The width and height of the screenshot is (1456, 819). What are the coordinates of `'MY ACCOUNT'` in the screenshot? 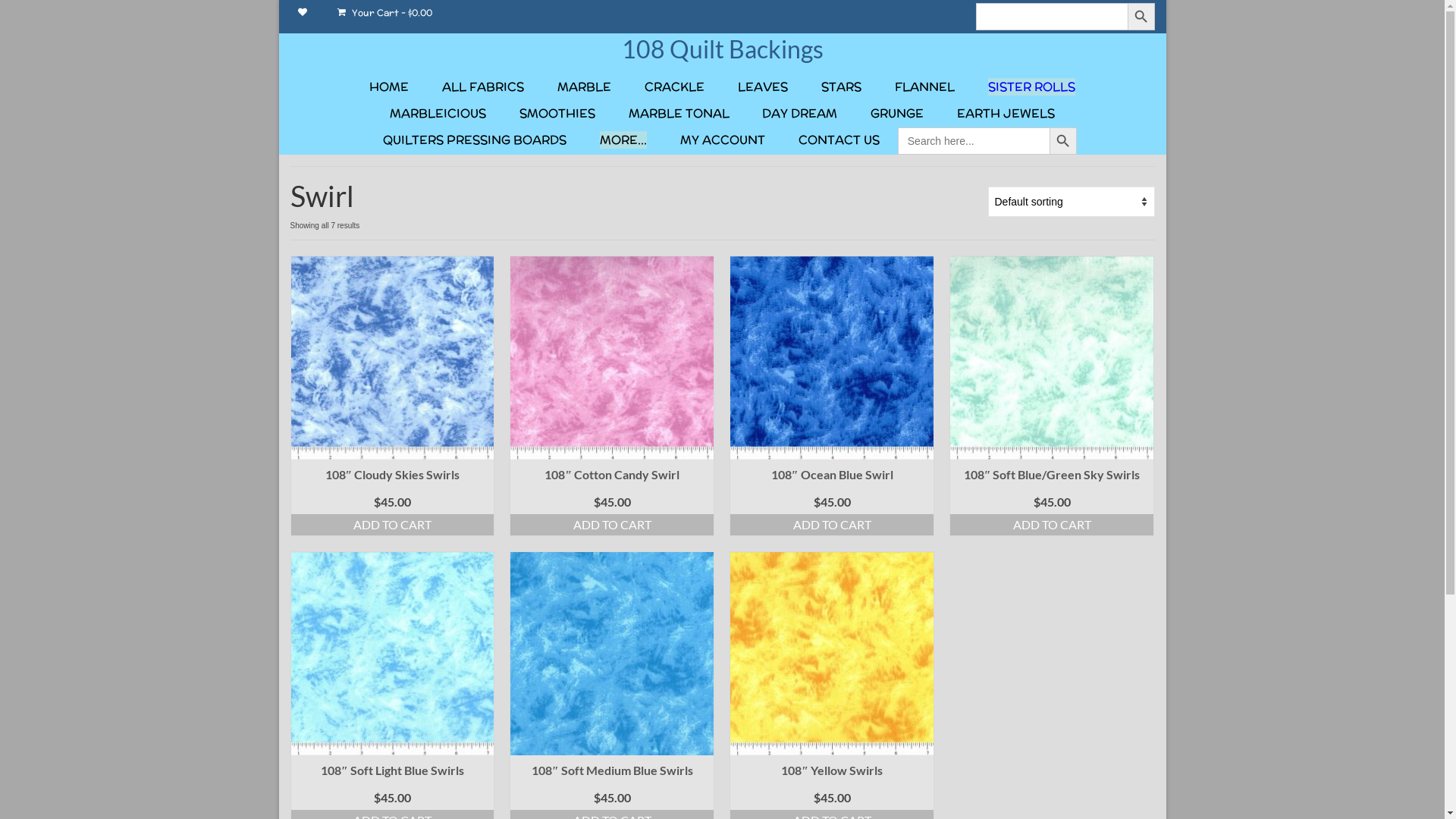 It's located at (722, 140).